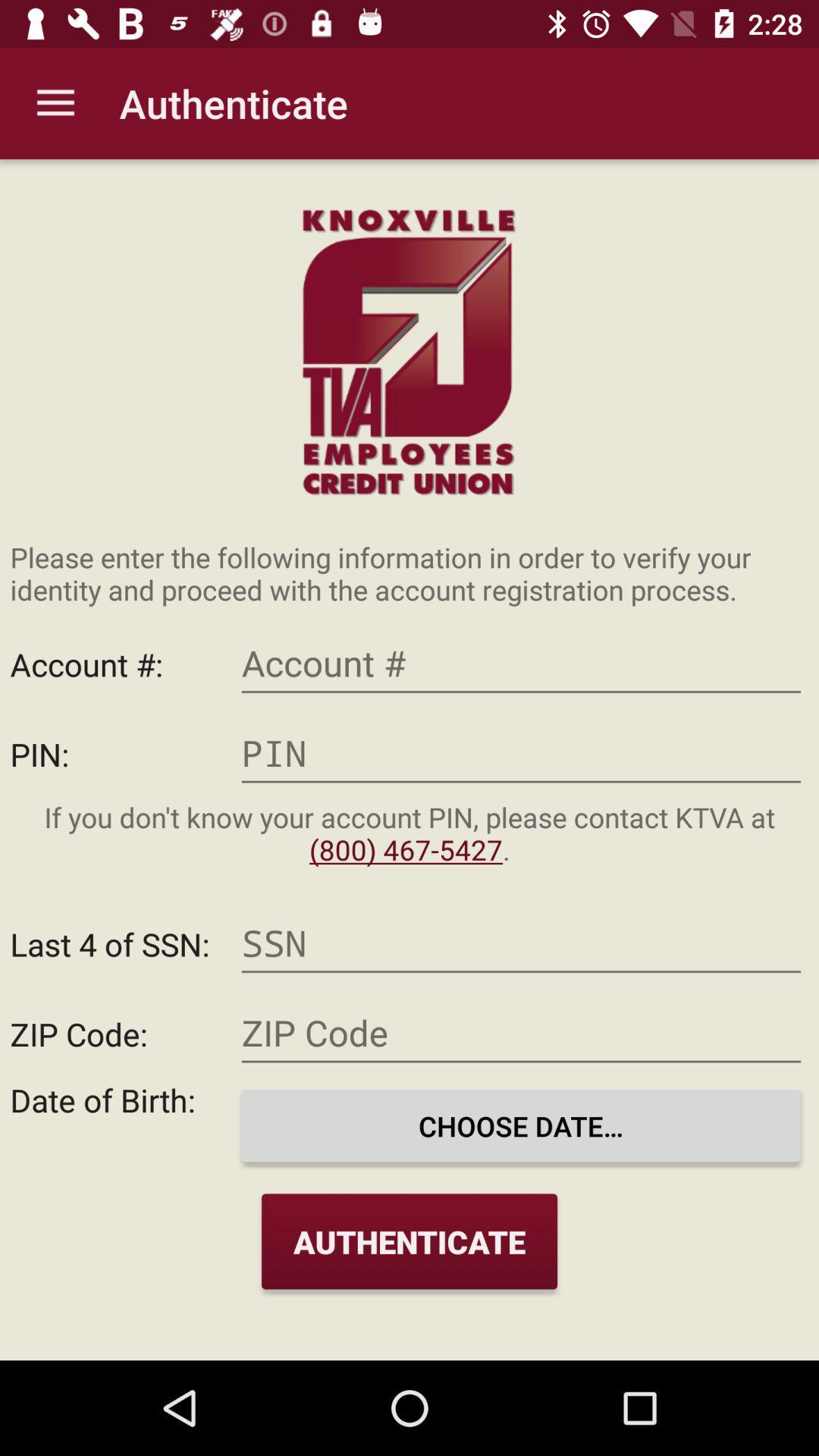 The height and width of the screenshot is (1456, 819). What do you see at coordinates (520, 753) in the screenshot?
I see `text` at bounding box center [520, 753].